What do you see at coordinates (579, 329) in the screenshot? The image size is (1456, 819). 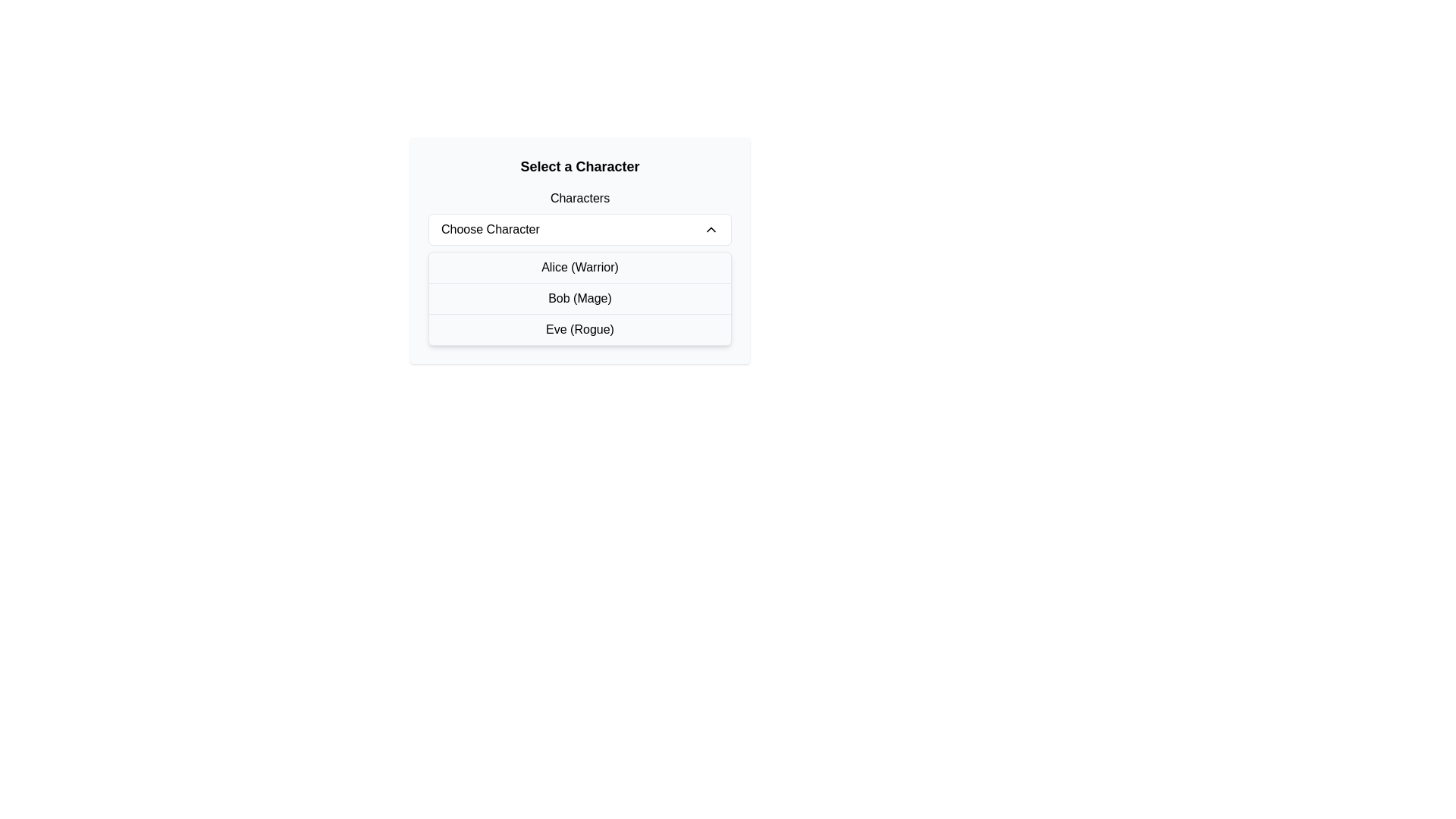 I see `the text label displaying the character name and class 'Eve (Rogue)' in the dropdown menu under 'Select a Character'` at bounding box center [579, 329].